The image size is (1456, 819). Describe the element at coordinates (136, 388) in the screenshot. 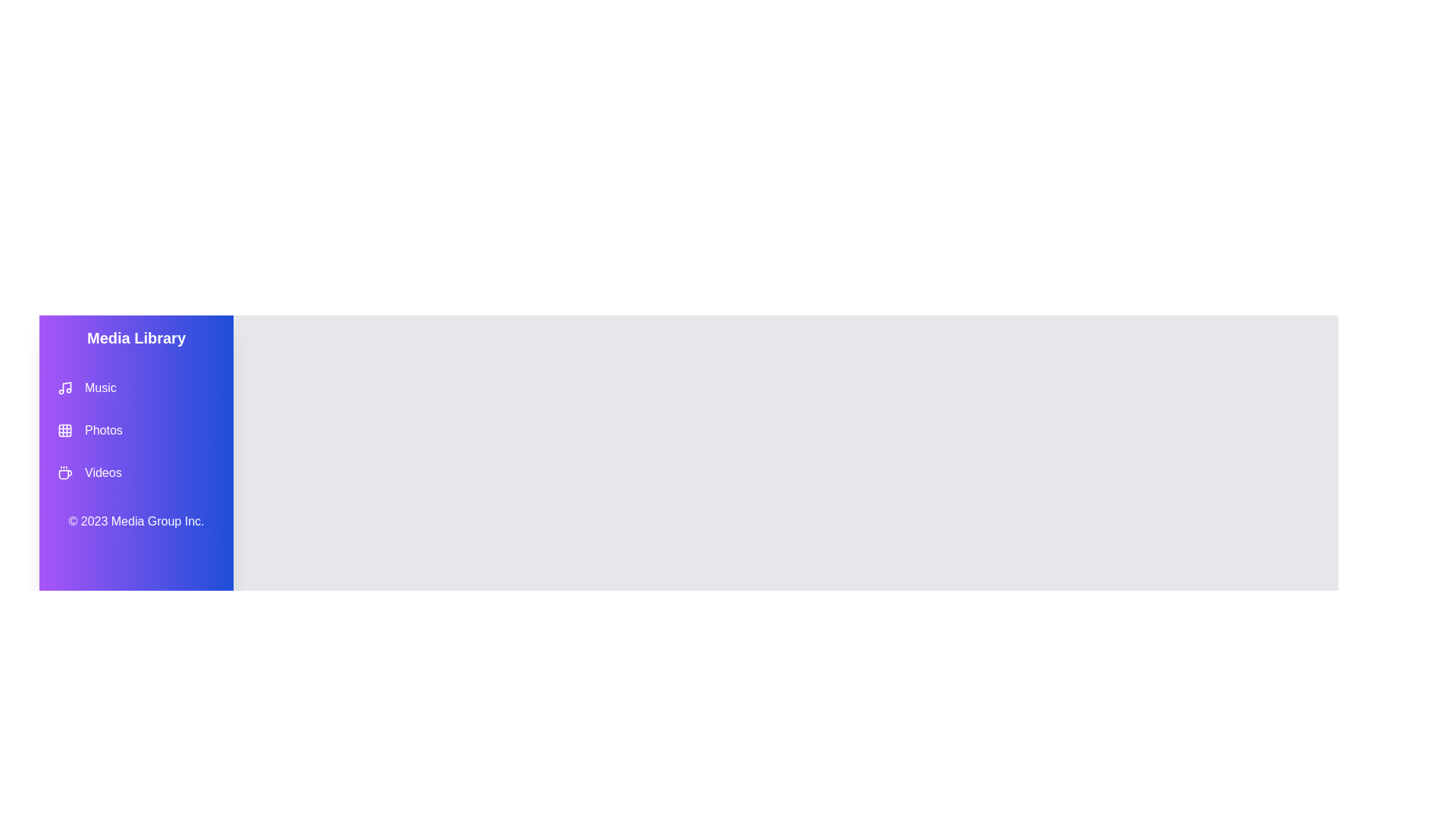

I see `the Music category to navigate to it` at that location.